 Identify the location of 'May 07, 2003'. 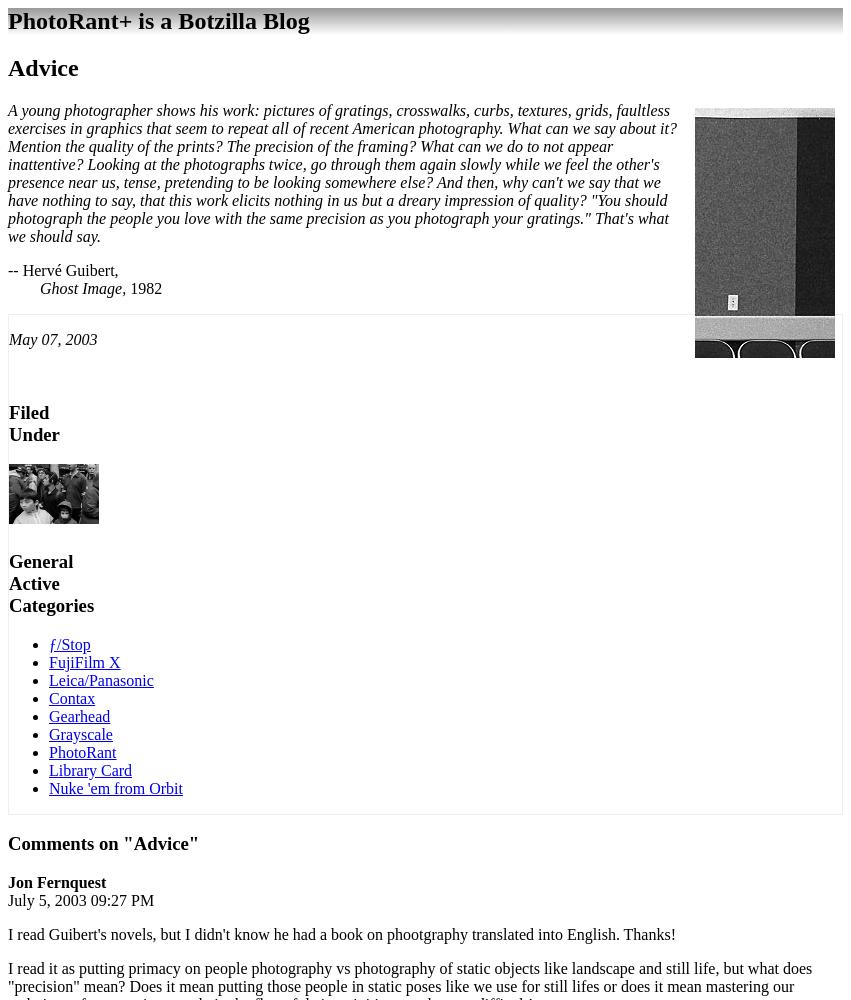
(8, 337).